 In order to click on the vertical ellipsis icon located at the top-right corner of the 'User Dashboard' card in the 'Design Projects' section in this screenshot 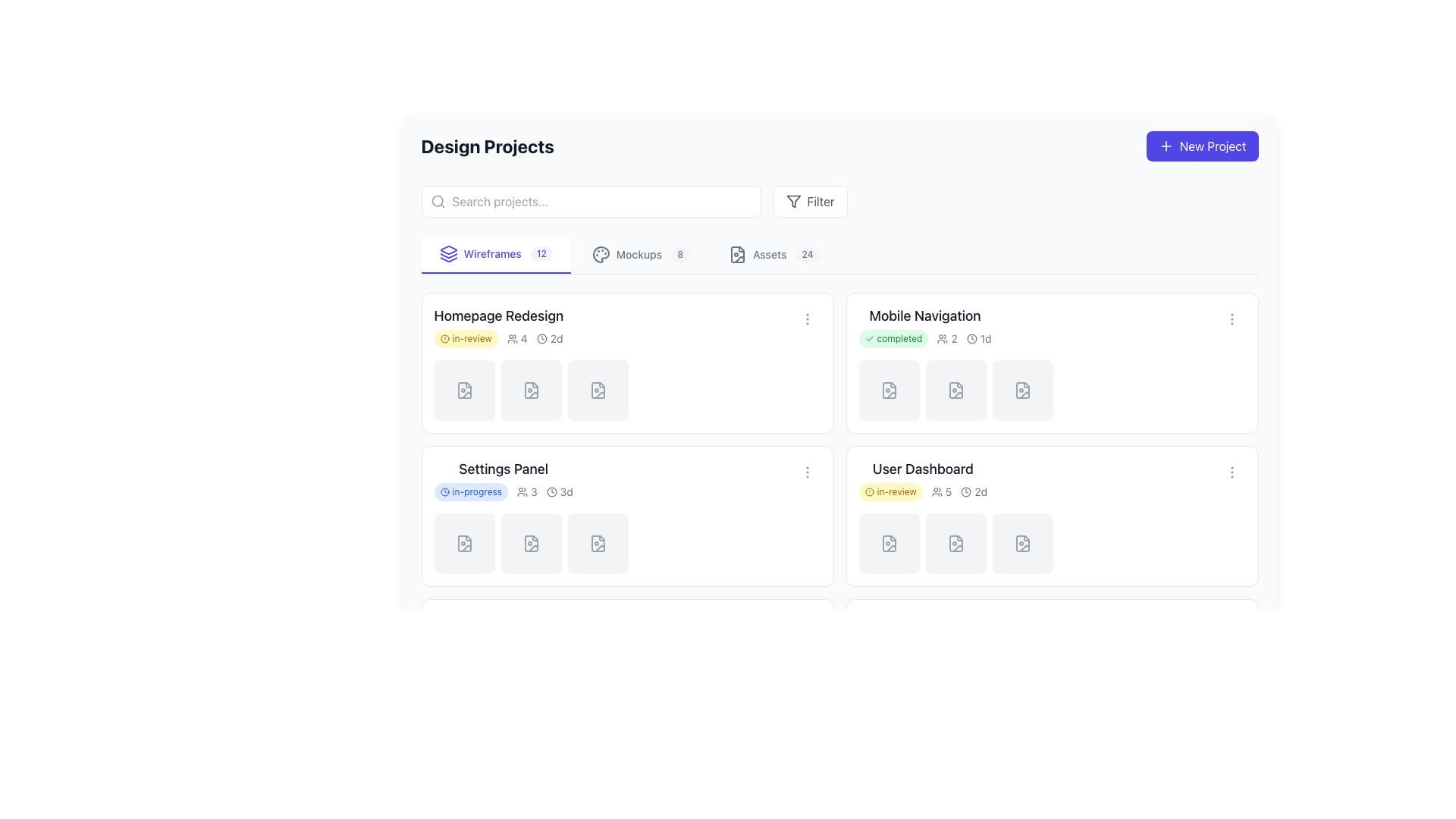, I will do `click(1232, 472)`.